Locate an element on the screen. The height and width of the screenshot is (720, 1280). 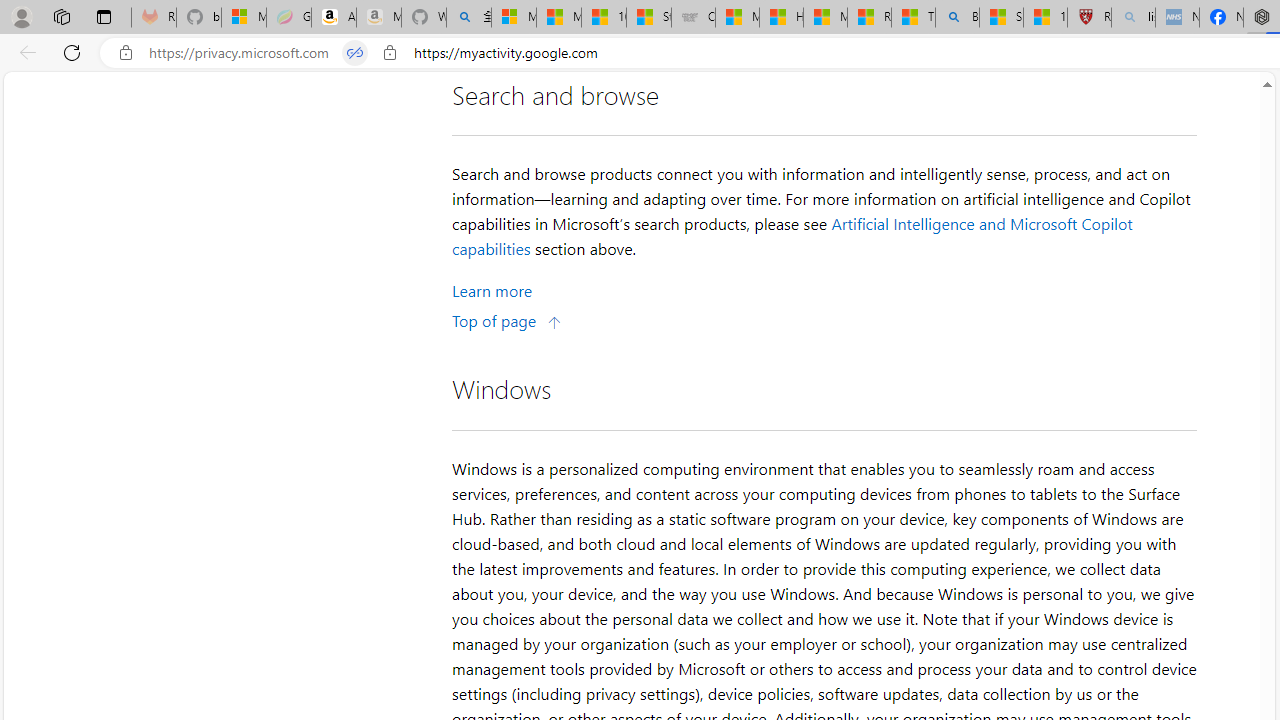
'Refresh' is located at coordinates (72, 51).